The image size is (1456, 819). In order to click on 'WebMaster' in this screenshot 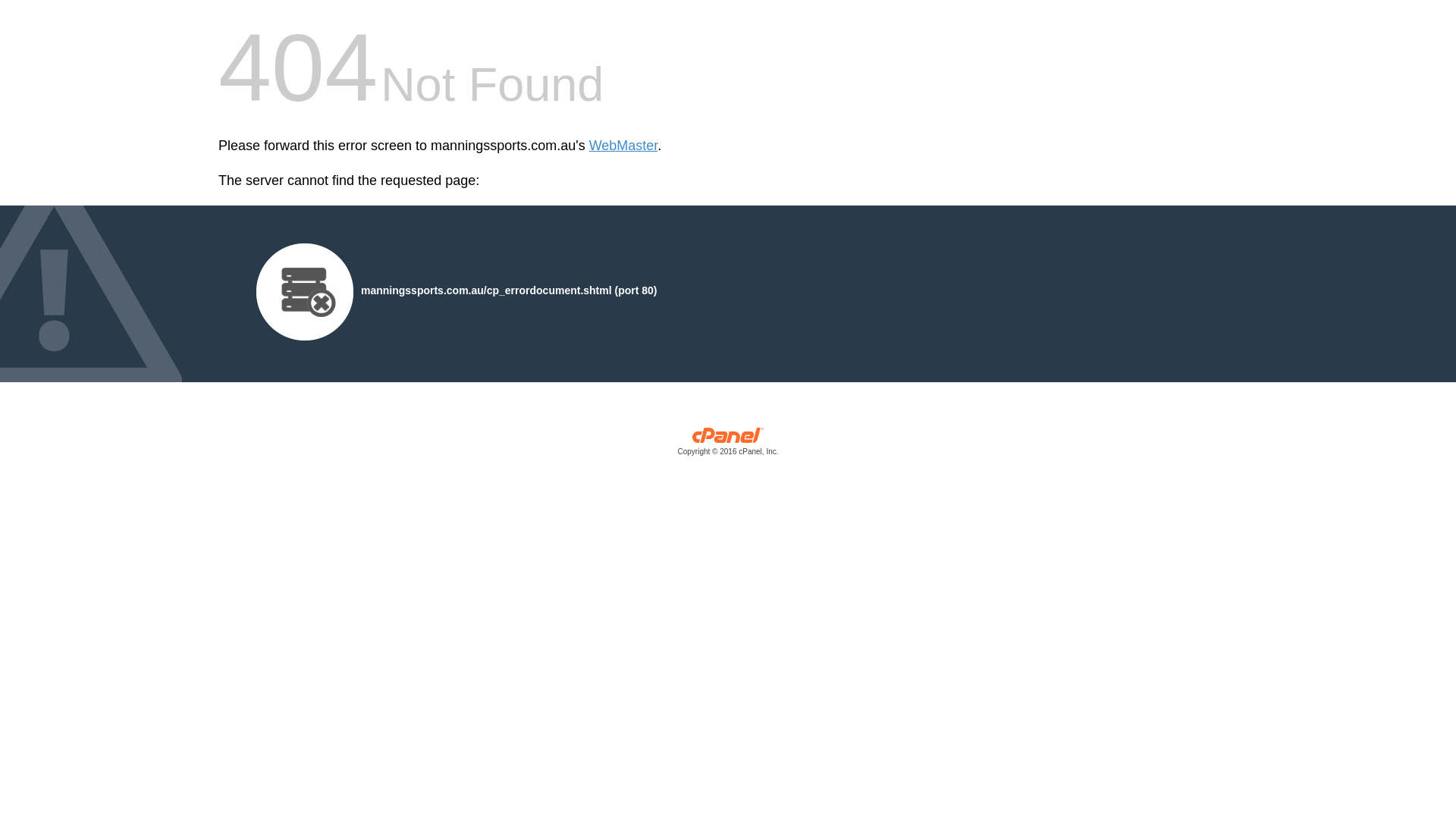, I will do `click(623, 146)`.